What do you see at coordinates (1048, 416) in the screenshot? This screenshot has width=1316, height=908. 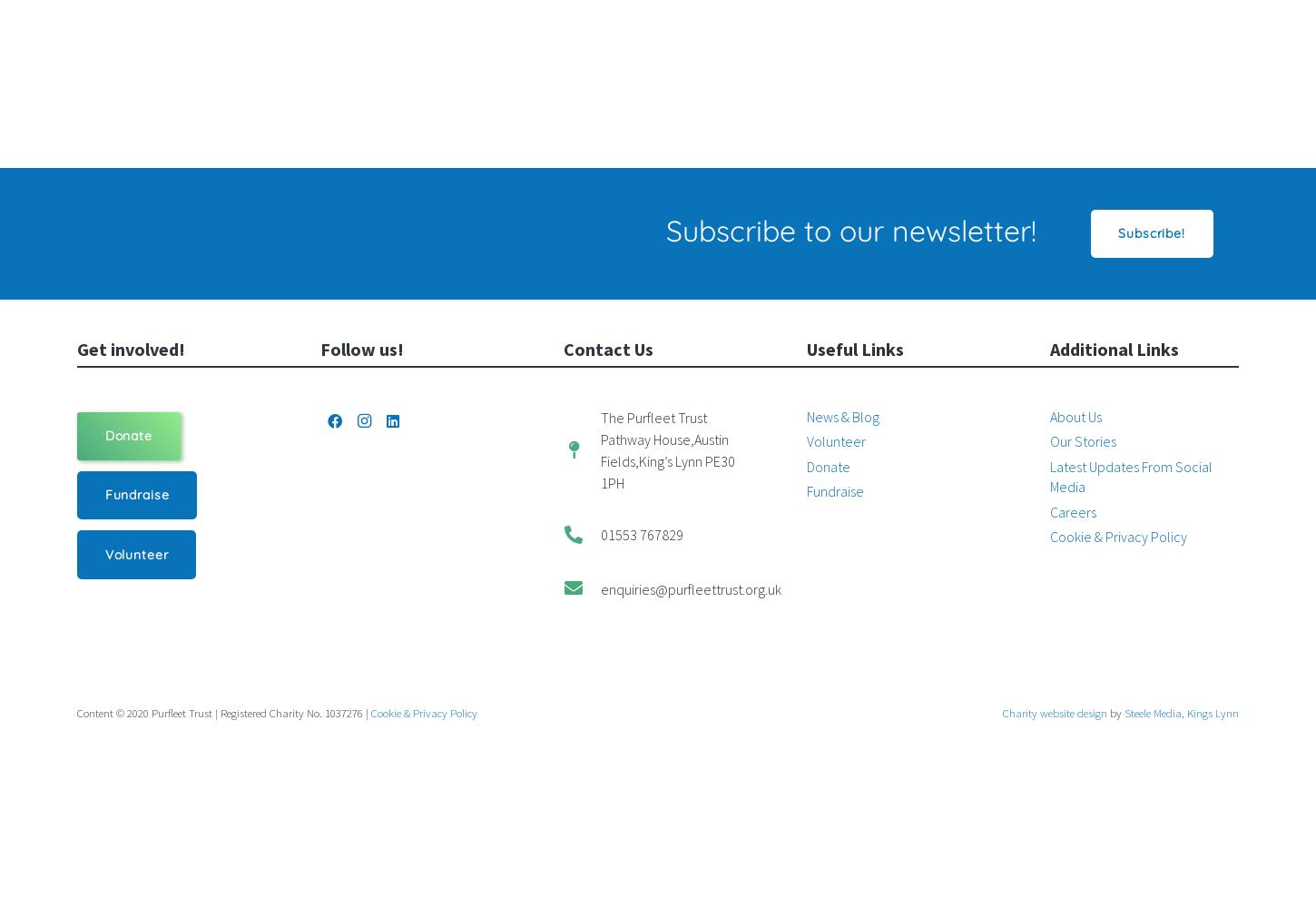 I see `'About Us'` at bounding box center [1048, 416].